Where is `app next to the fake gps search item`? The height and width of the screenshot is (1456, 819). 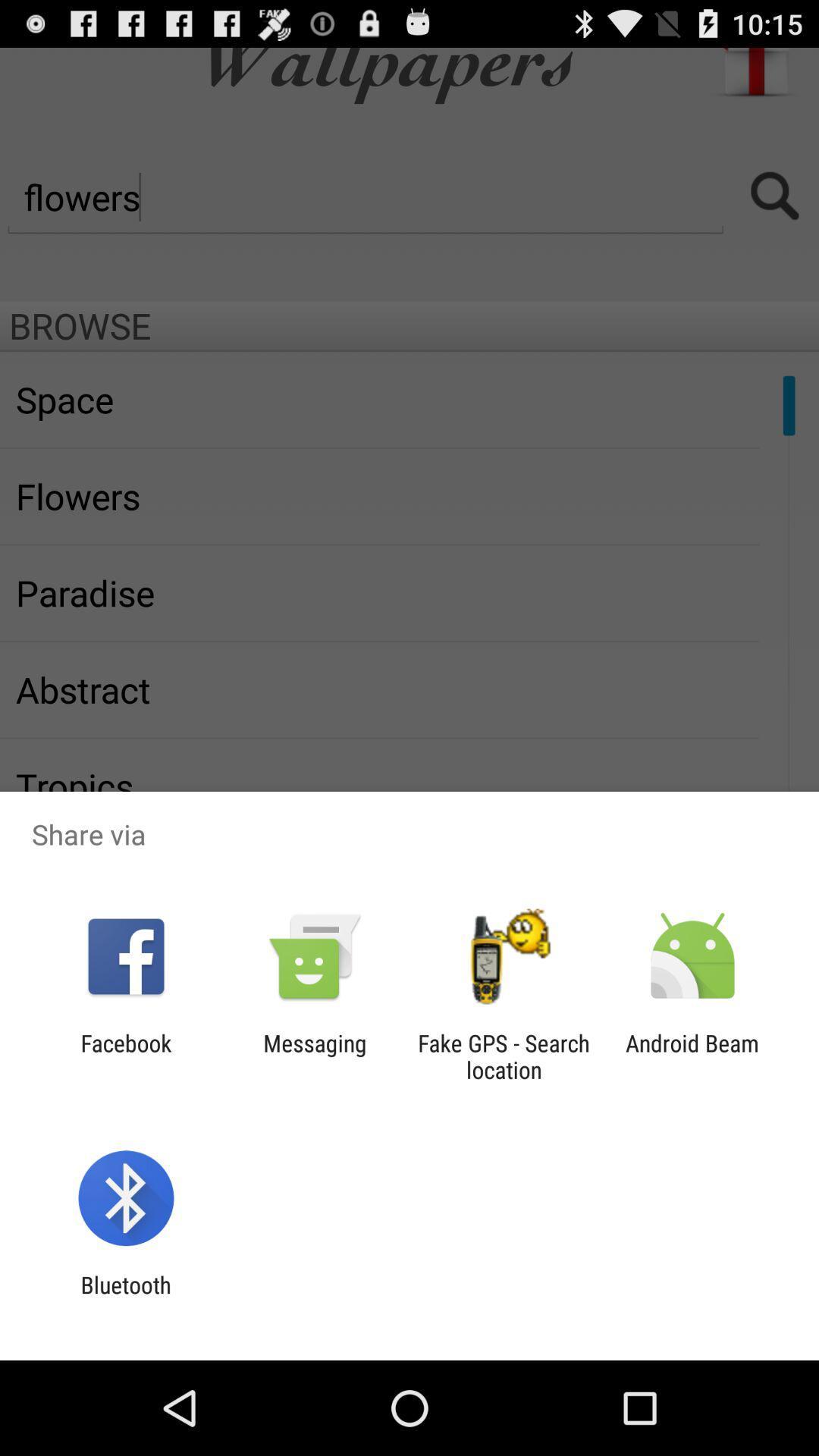
app next to the fake gps search item is located at coordinates (314, 1056).